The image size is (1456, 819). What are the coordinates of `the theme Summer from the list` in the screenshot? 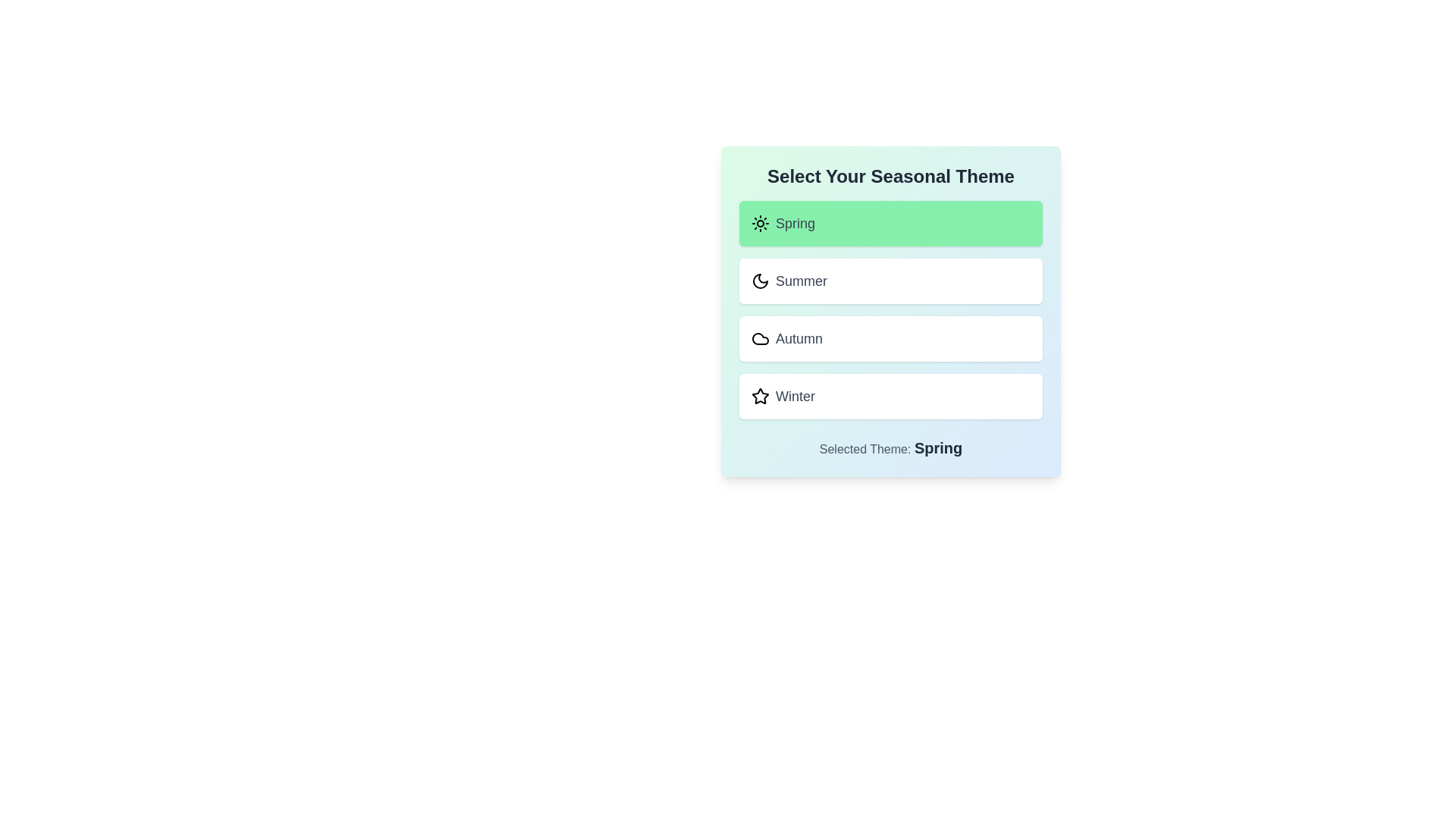 It's located at (891, 281).